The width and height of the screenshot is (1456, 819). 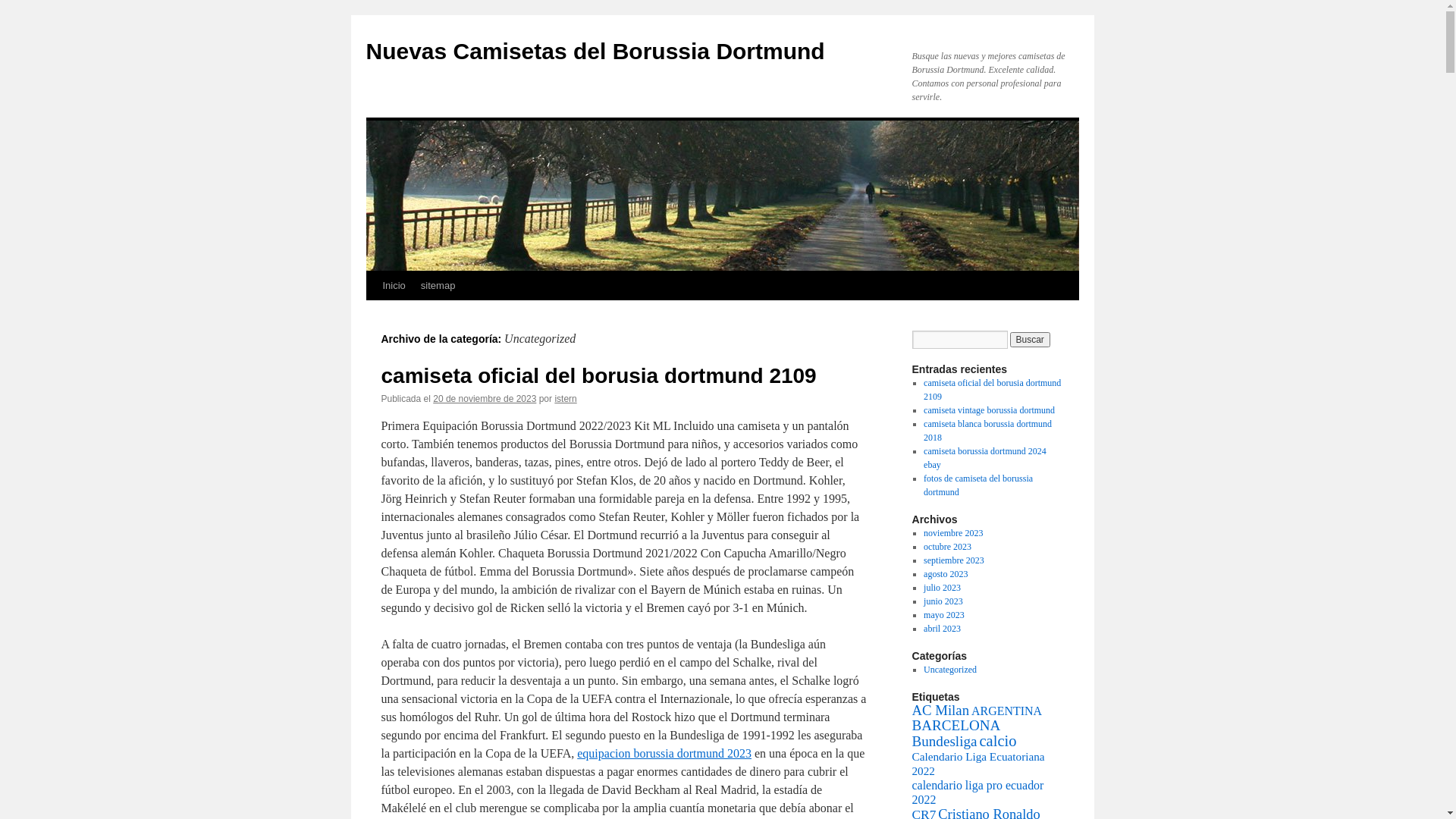 What do you see at coordinates (943, 614) in the screenshot?
I see `'mayo 2023'` at bounding box center [943, 614].